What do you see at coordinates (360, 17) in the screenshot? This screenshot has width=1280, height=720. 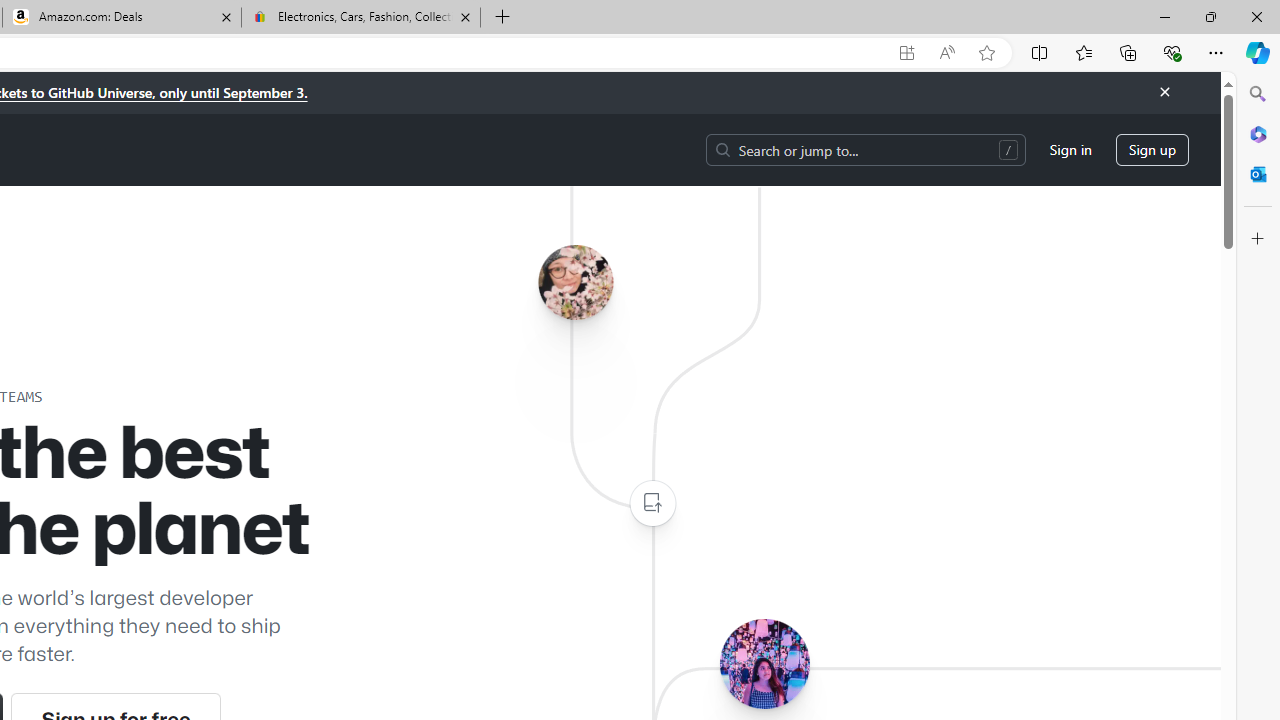 I see `'Electronics, Cars, Fashion, Collectibles & More | eBay'` at bounding box center [360, 17].